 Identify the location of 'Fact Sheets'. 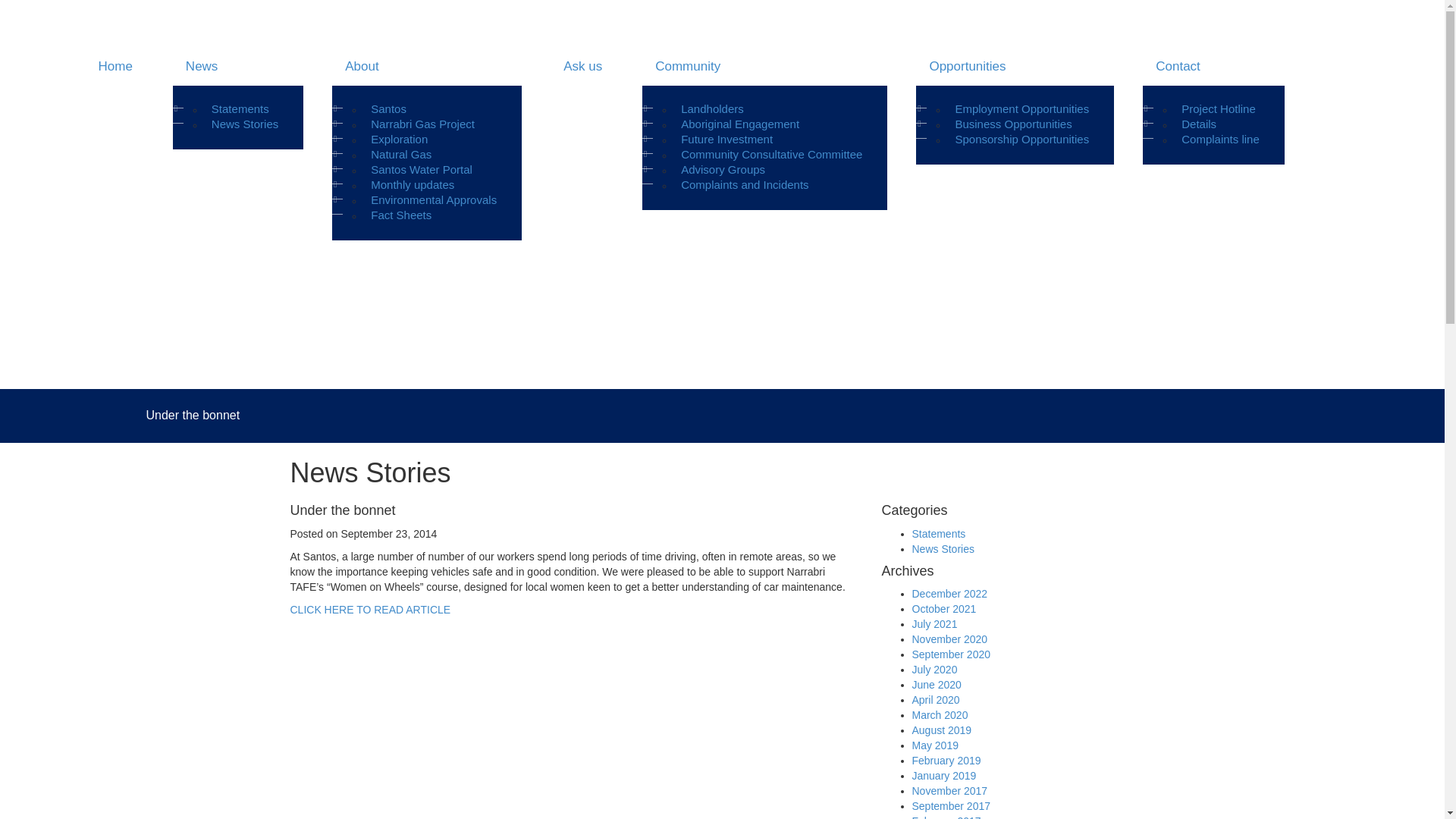
(400, 215).